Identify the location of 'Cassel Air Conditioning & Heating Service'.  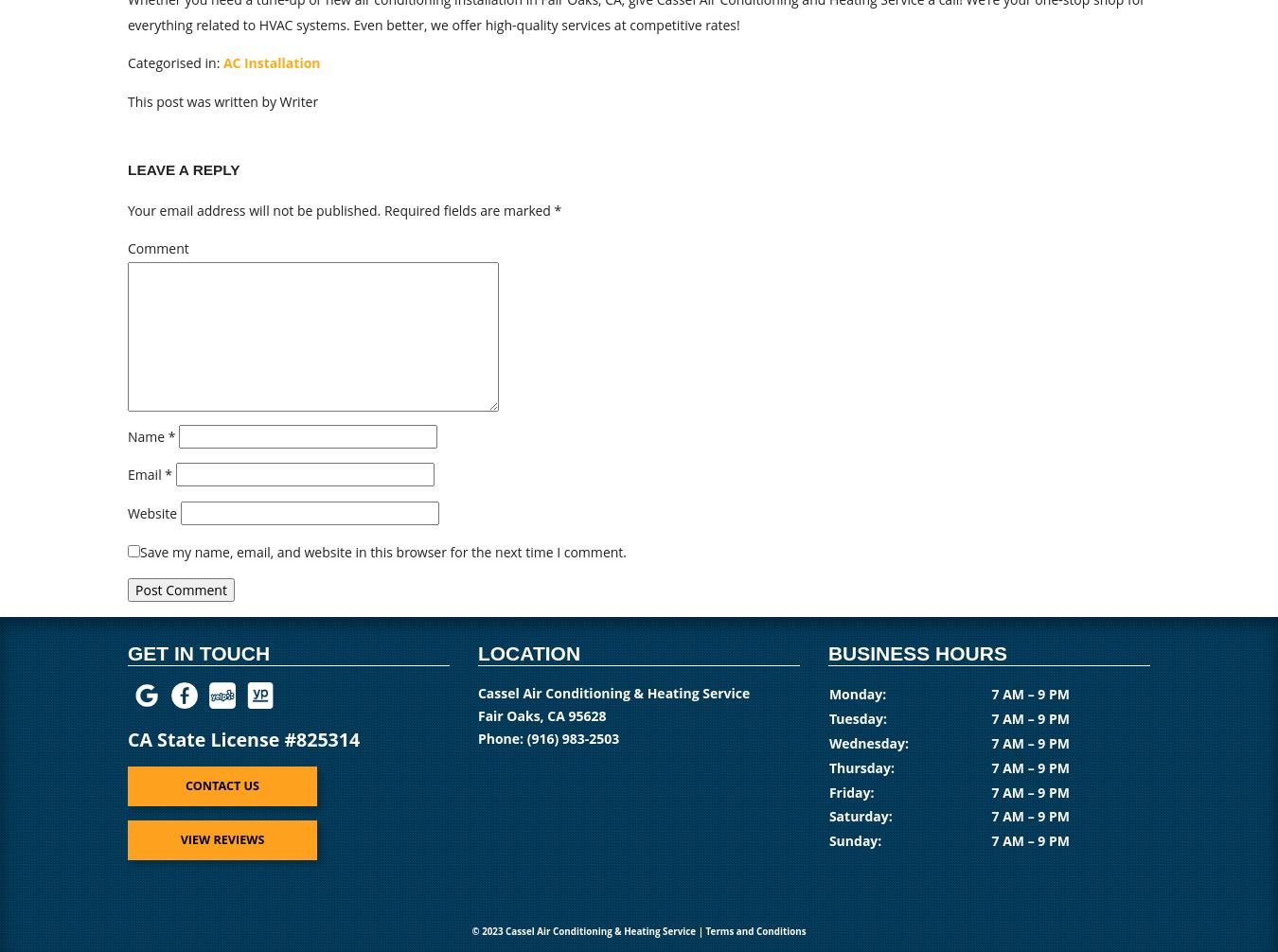
(613, 693).